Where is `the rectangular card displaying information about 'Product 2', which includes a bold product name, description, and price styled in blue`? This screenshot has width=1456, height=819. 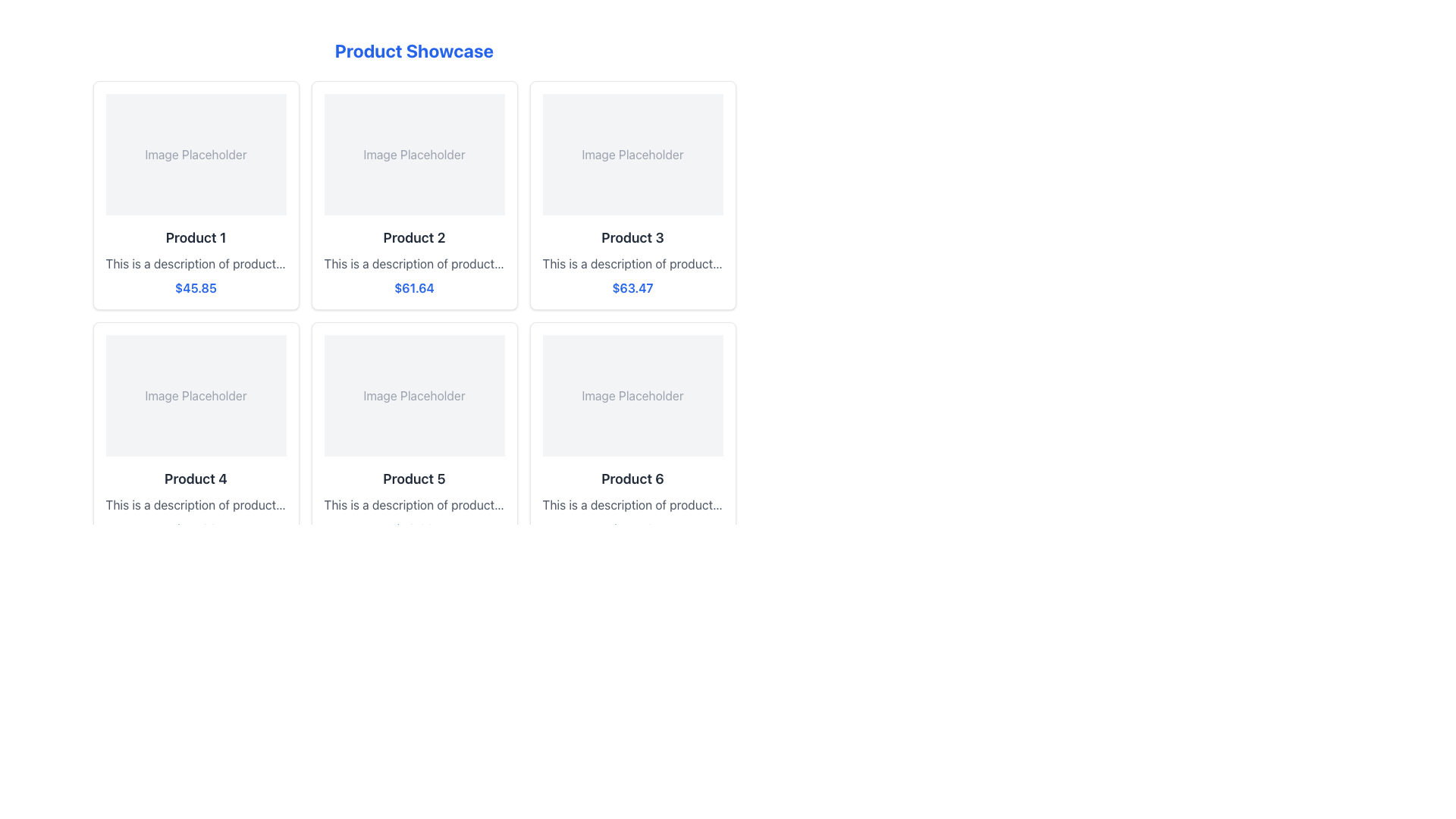 the rectangular card displaying information about 'Product 2', which includes a bold product name, description, and price styled in blue is located at coordinates (414, 195).